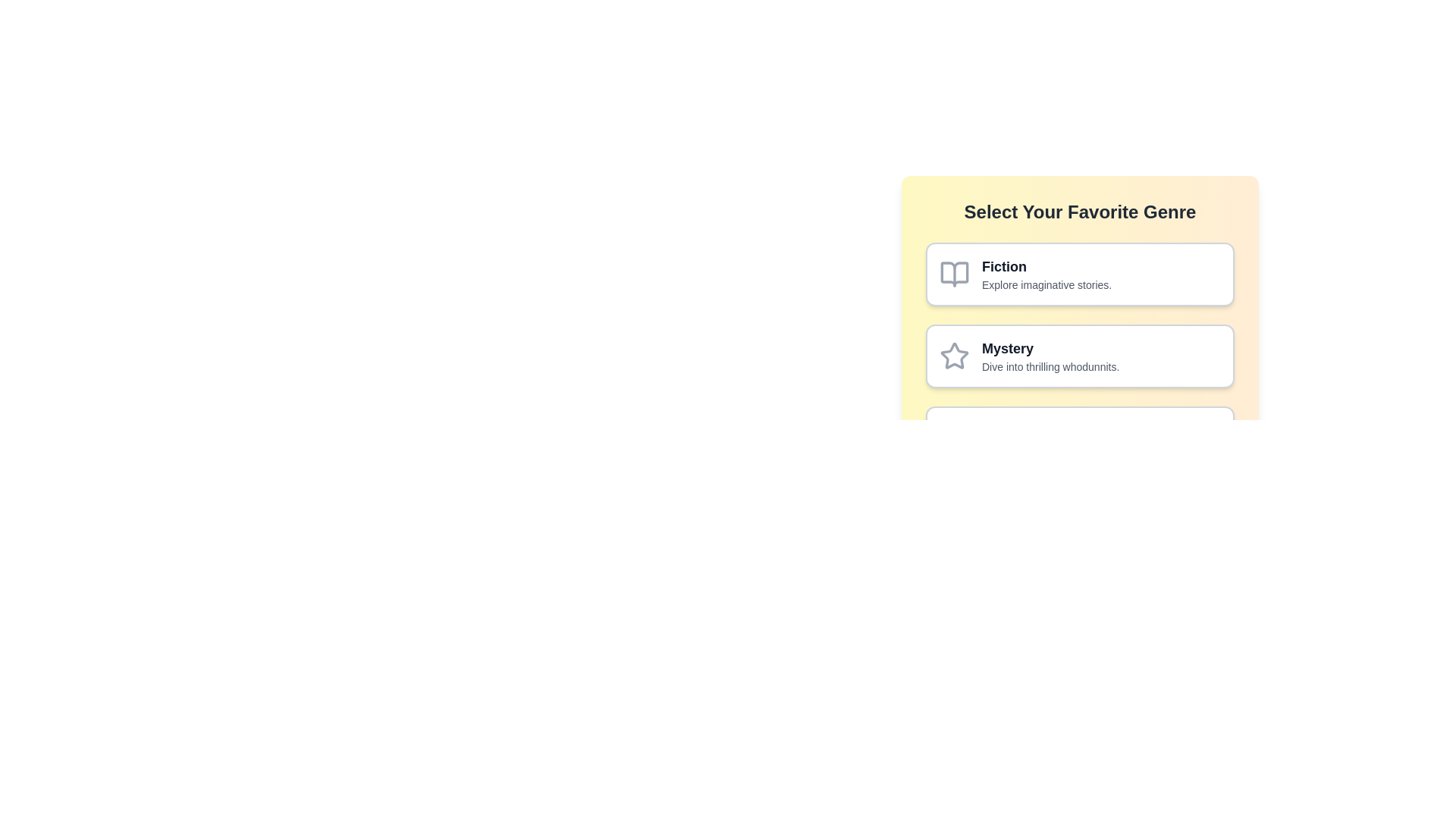  I want to click on the text block labeled 'Mystery', so click(1050, 356).